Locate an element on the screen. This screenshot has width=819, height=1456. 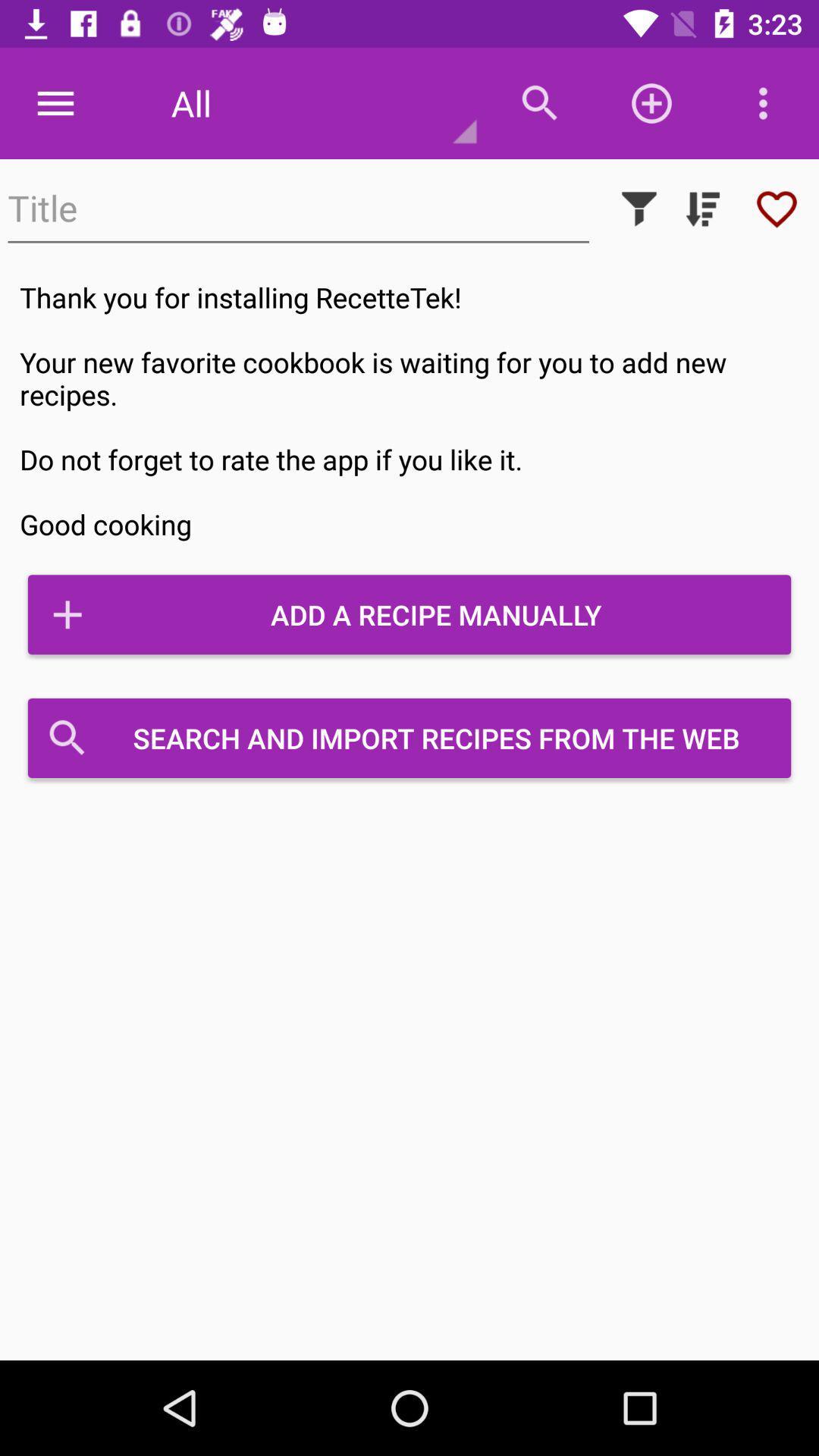
the filter_list icon is located at coordinates (702, 208).